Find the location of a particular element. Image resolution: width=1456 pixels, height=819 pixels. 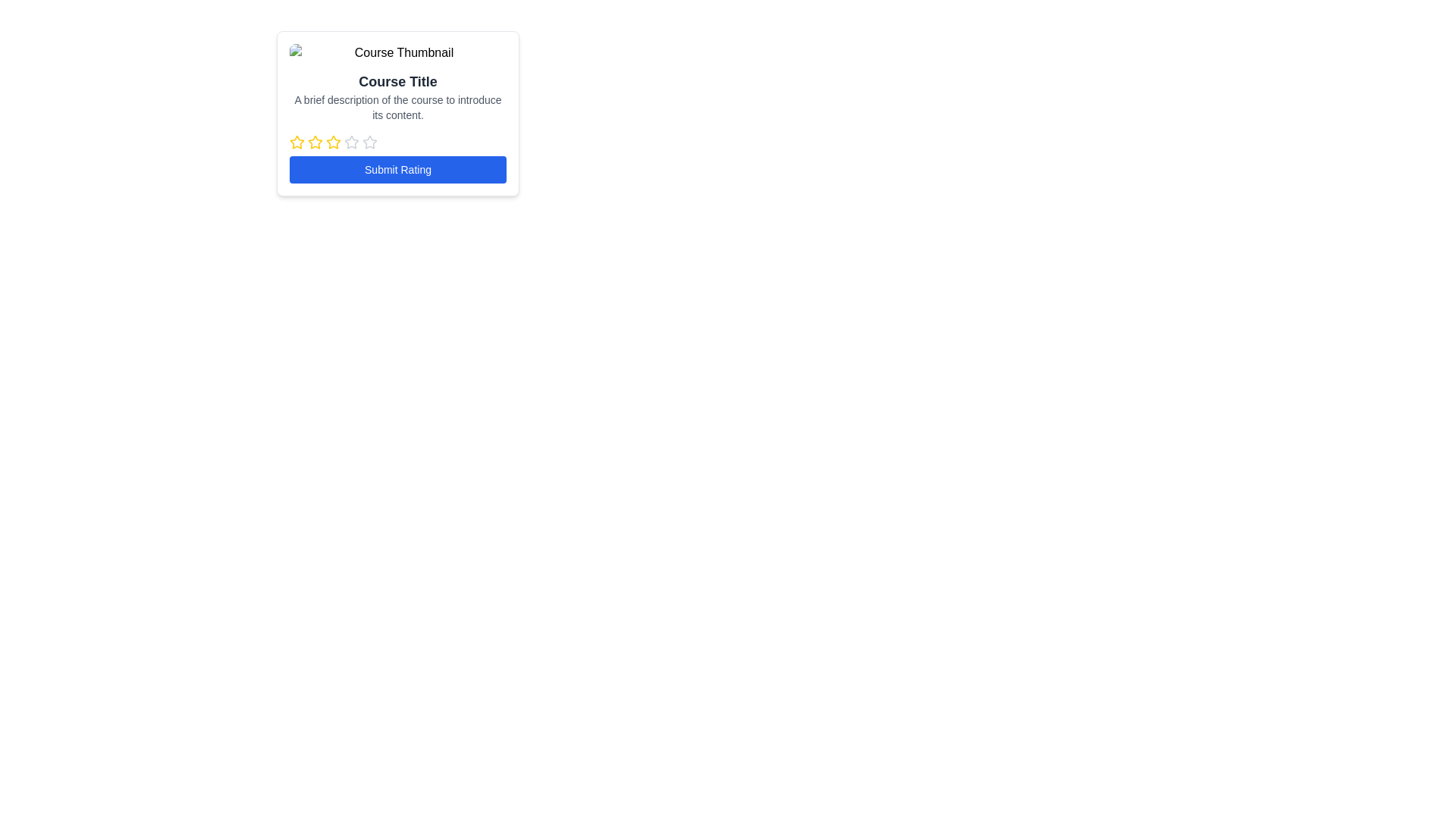

the second rating star icon is located at coordinates (333, 142).